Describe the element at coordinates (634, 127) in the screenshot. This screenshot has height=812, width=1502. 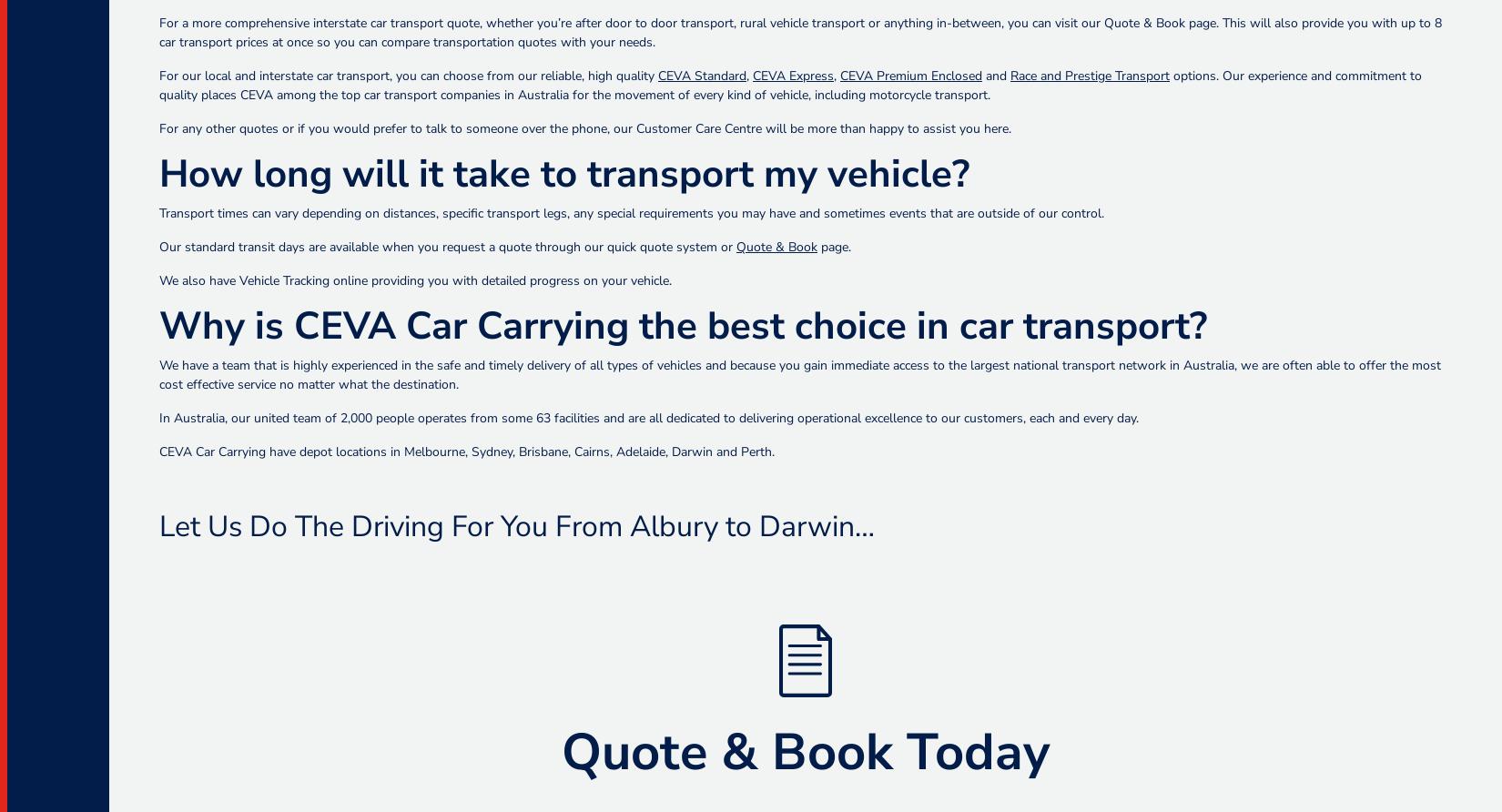
I see `'Customer Care Centre'` at that location.